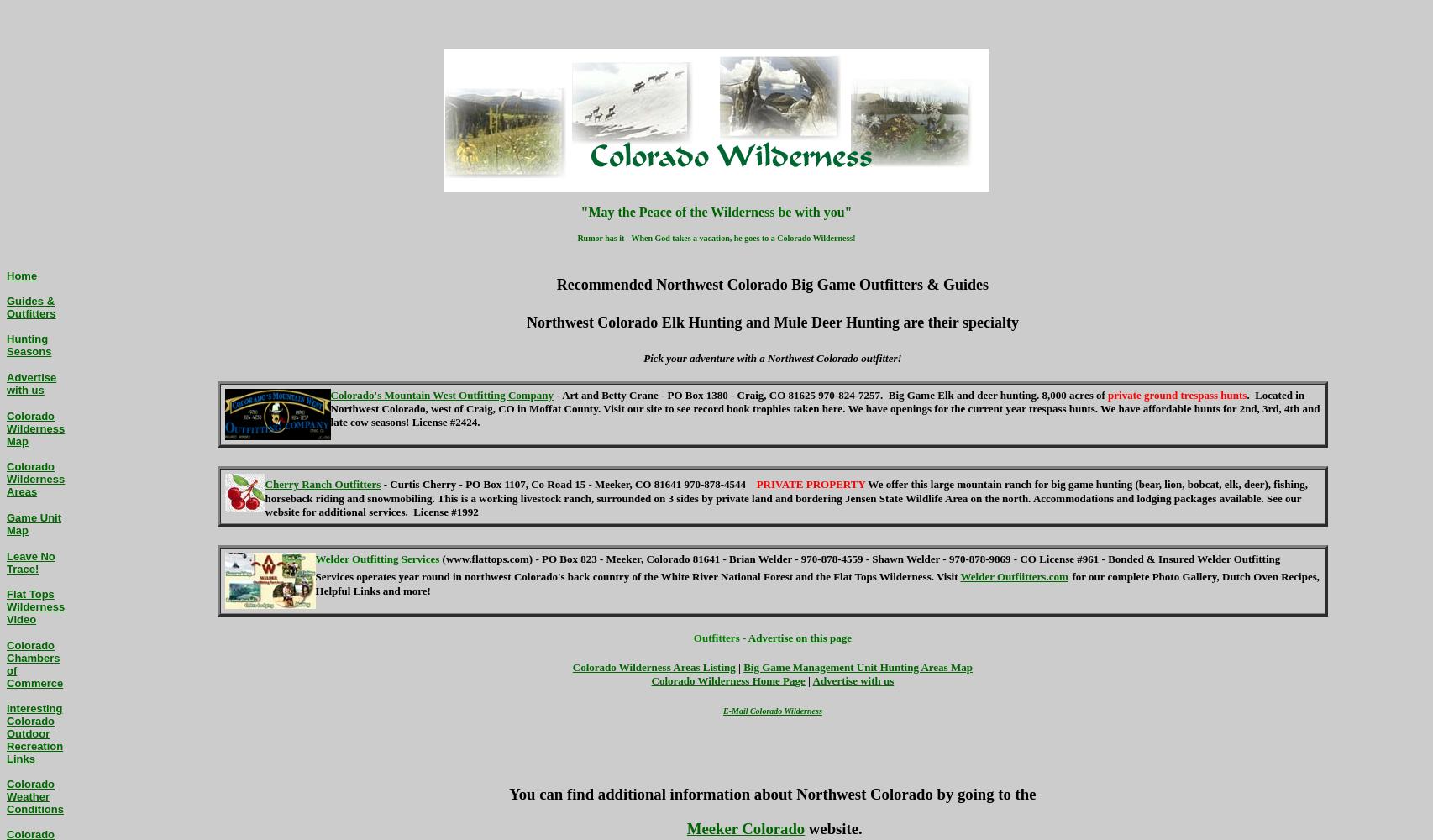 This screenshot has width=1433, height=840. Describe the element at coordinates (330, 393) in the screenshot. I see `'Colorado's Mountain West Outfitting Company'` at that location.